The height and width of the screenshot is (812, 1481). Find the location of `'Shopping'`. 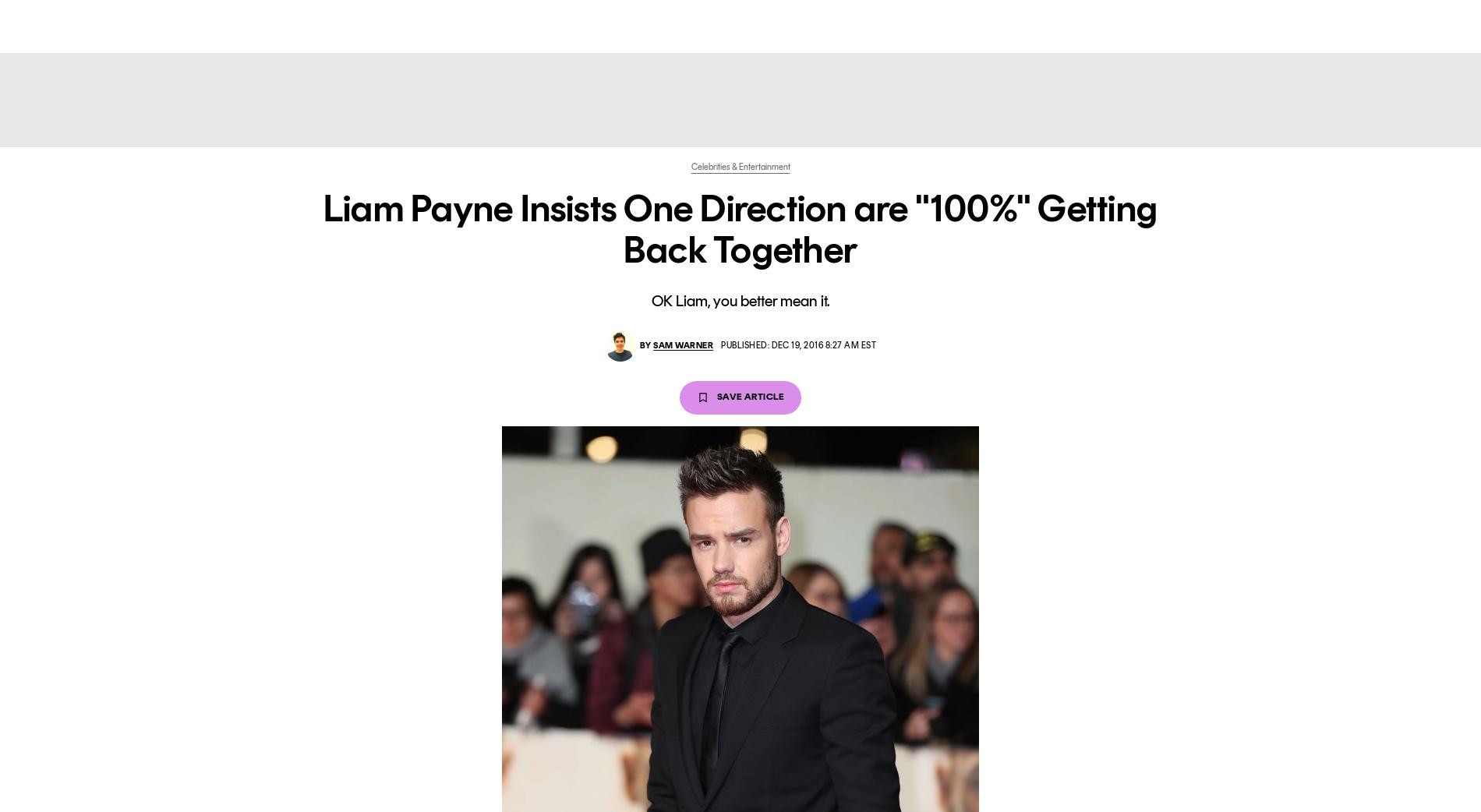

'Shopping' is located at coordinates (849, 24).